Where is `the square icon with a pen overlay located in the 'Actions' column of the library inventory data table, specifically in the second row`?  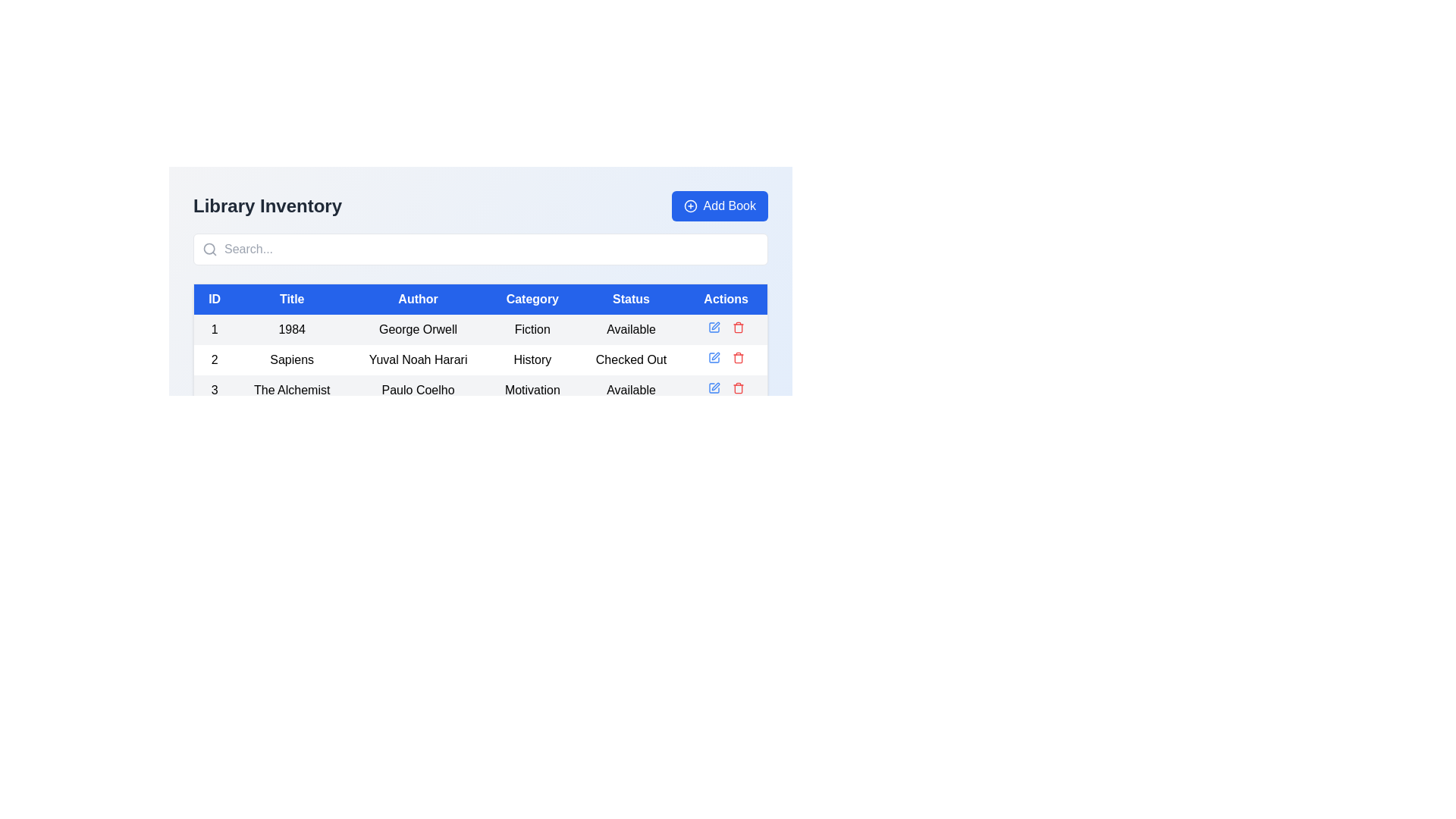 the square icon with a pen overlay located in the 'Actions' column of the library inventory data table, specifically in the second row is located at coordinates (713, 357).